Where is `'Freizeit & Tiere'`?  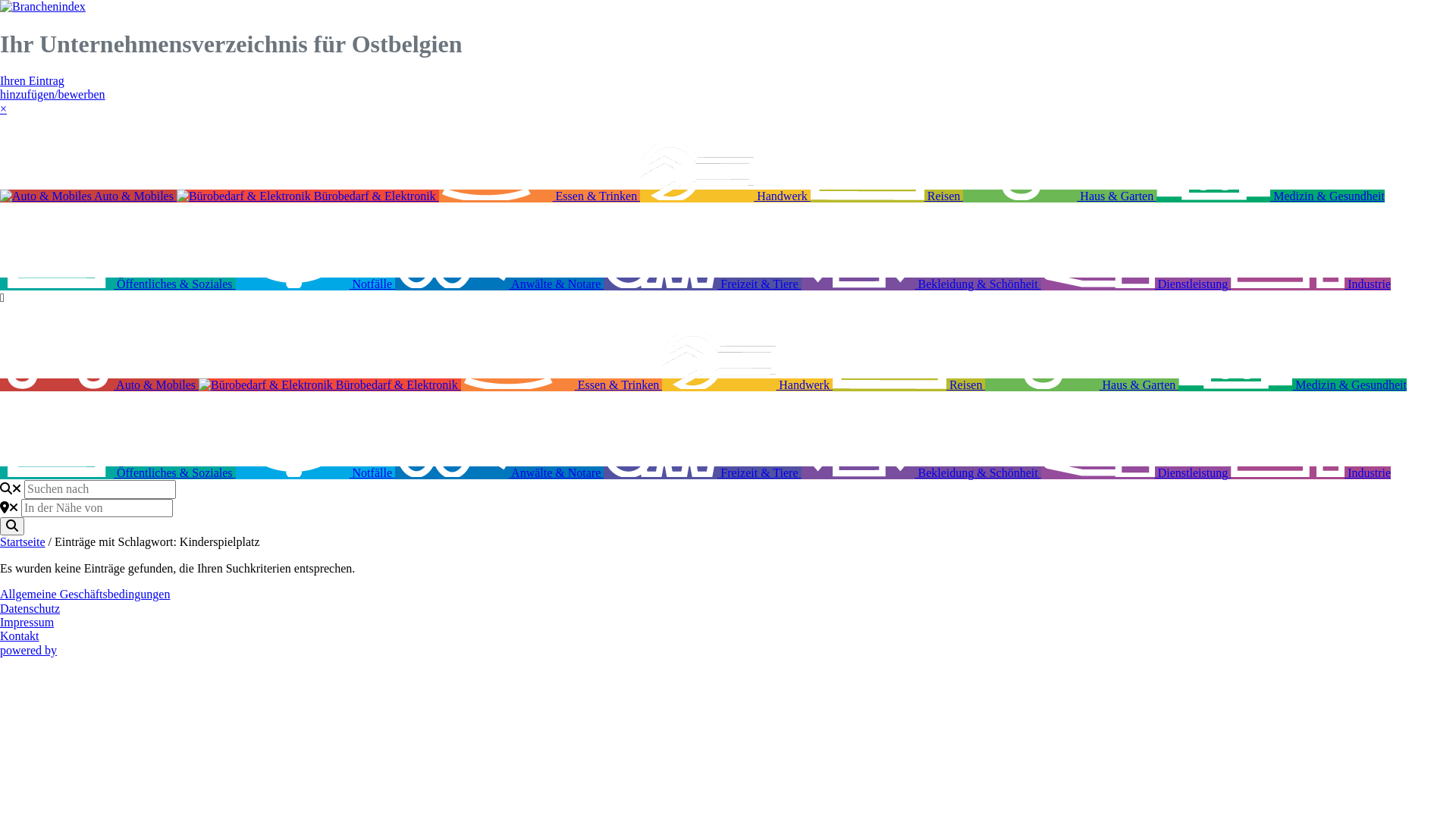 'Freizeit & Tiere' is located at coordinates (701, 284).